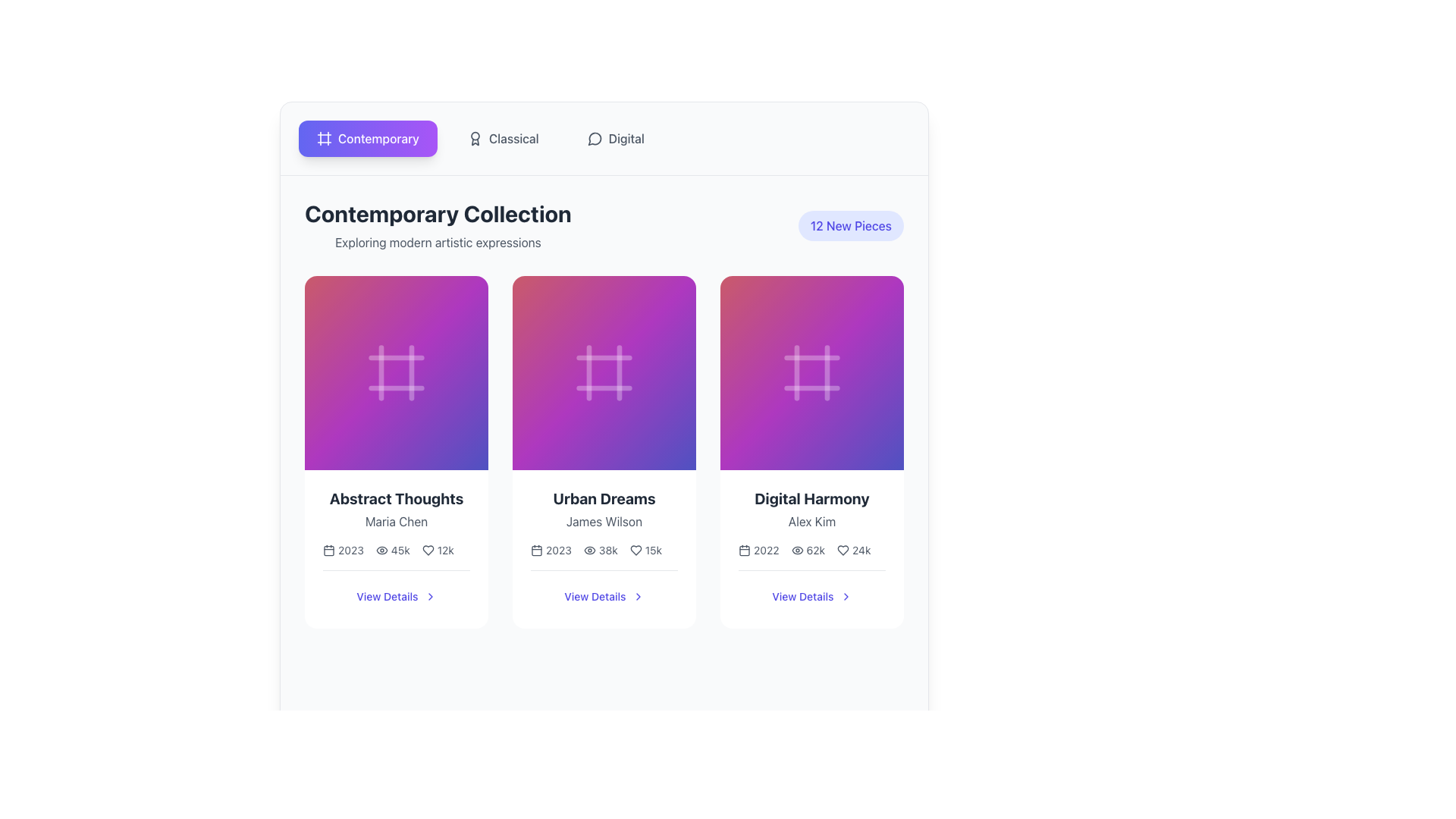 This screenshot has width=1456, height=819. What do you see at coordinates (796, 550) in the screenshot?
I see `the minimalistic eye icon located` at bounding box center [796, 550].